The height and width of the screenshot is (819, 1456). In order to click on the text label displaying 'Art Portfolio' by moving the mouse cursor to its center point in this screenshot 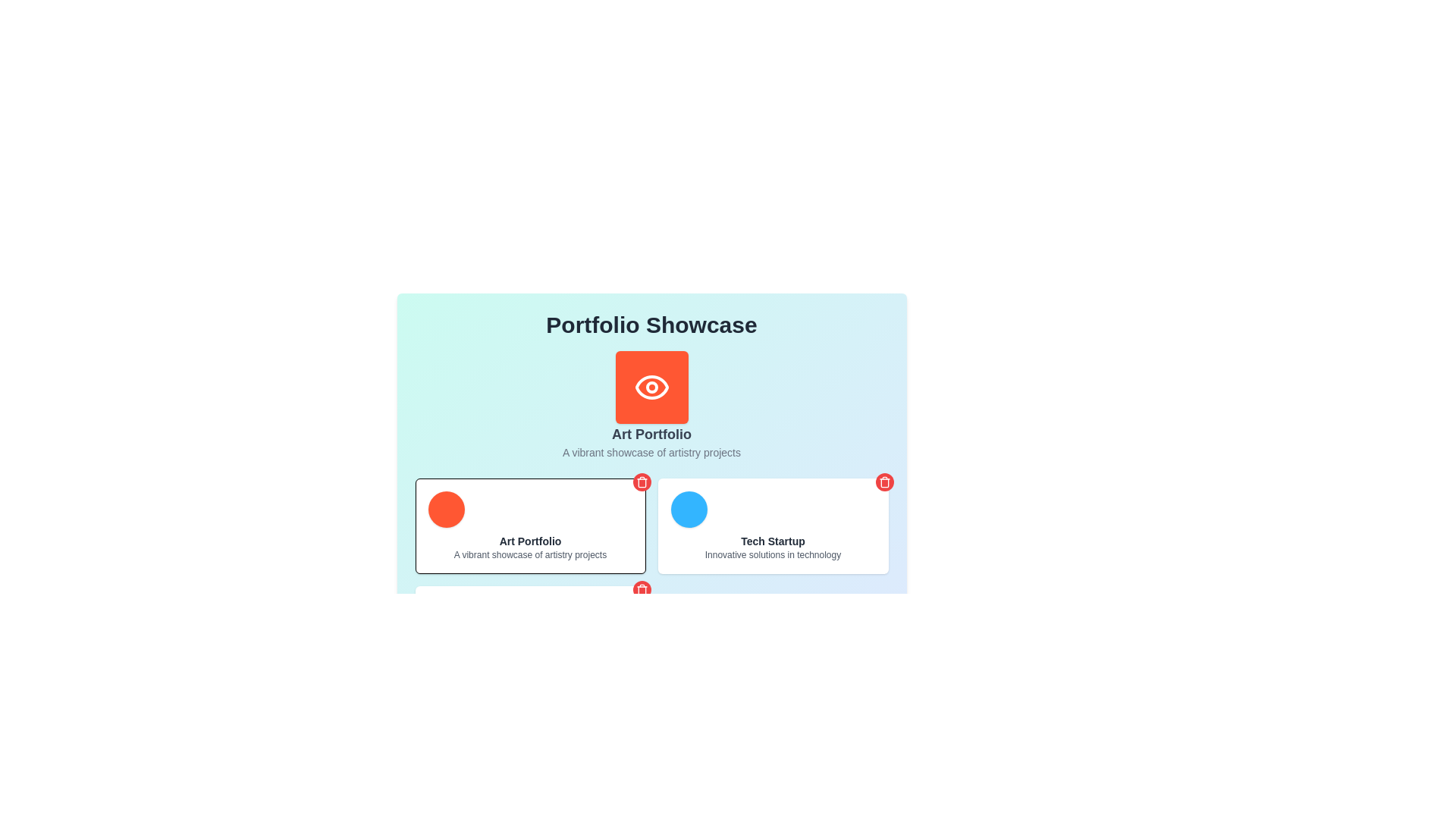, I will do `click(530, 540)`.